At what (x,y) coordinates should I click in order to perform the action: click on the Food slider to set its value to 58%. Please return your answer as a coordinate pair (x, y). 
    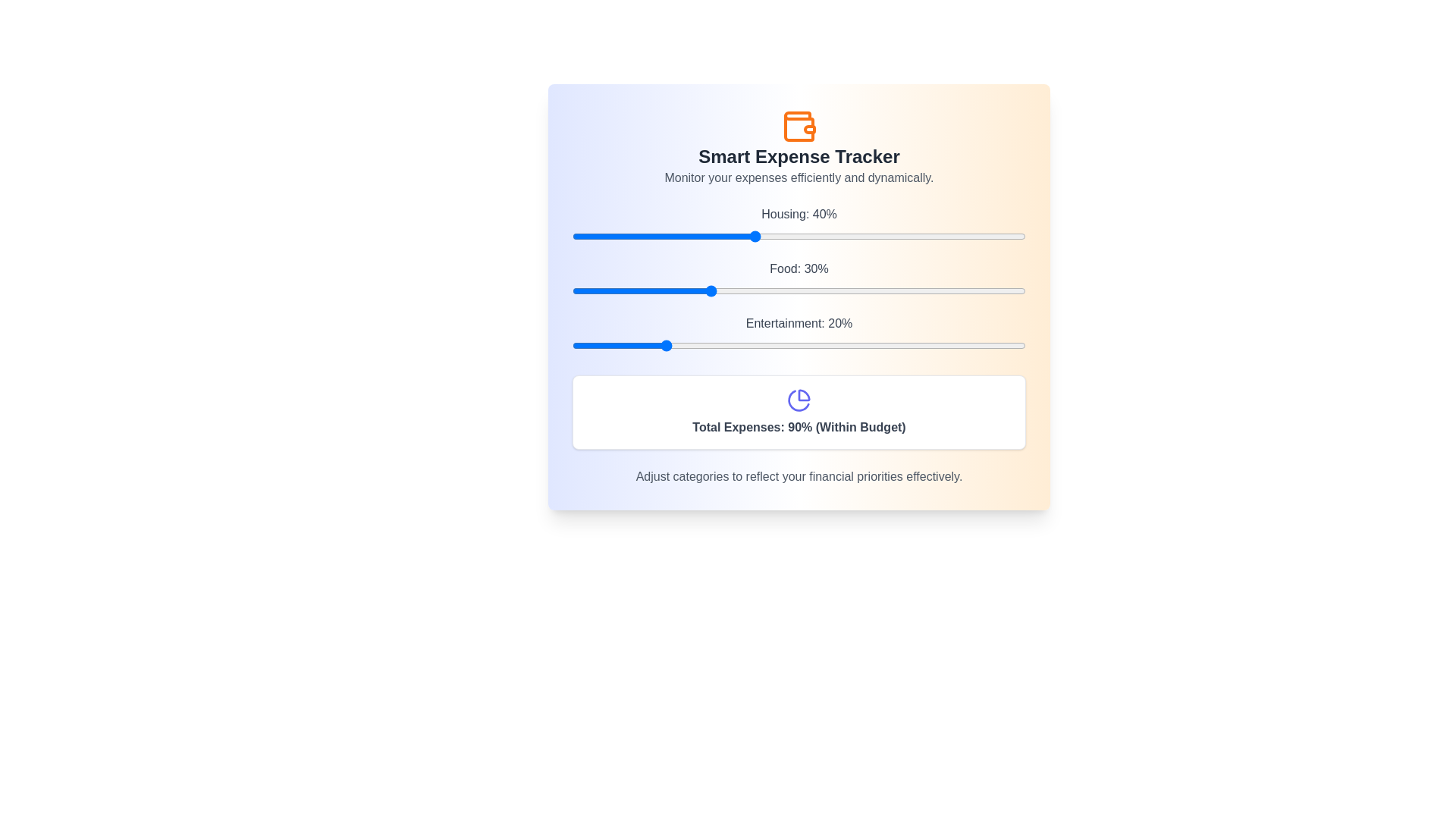
    Looking at the image, I should click on (834, 291).